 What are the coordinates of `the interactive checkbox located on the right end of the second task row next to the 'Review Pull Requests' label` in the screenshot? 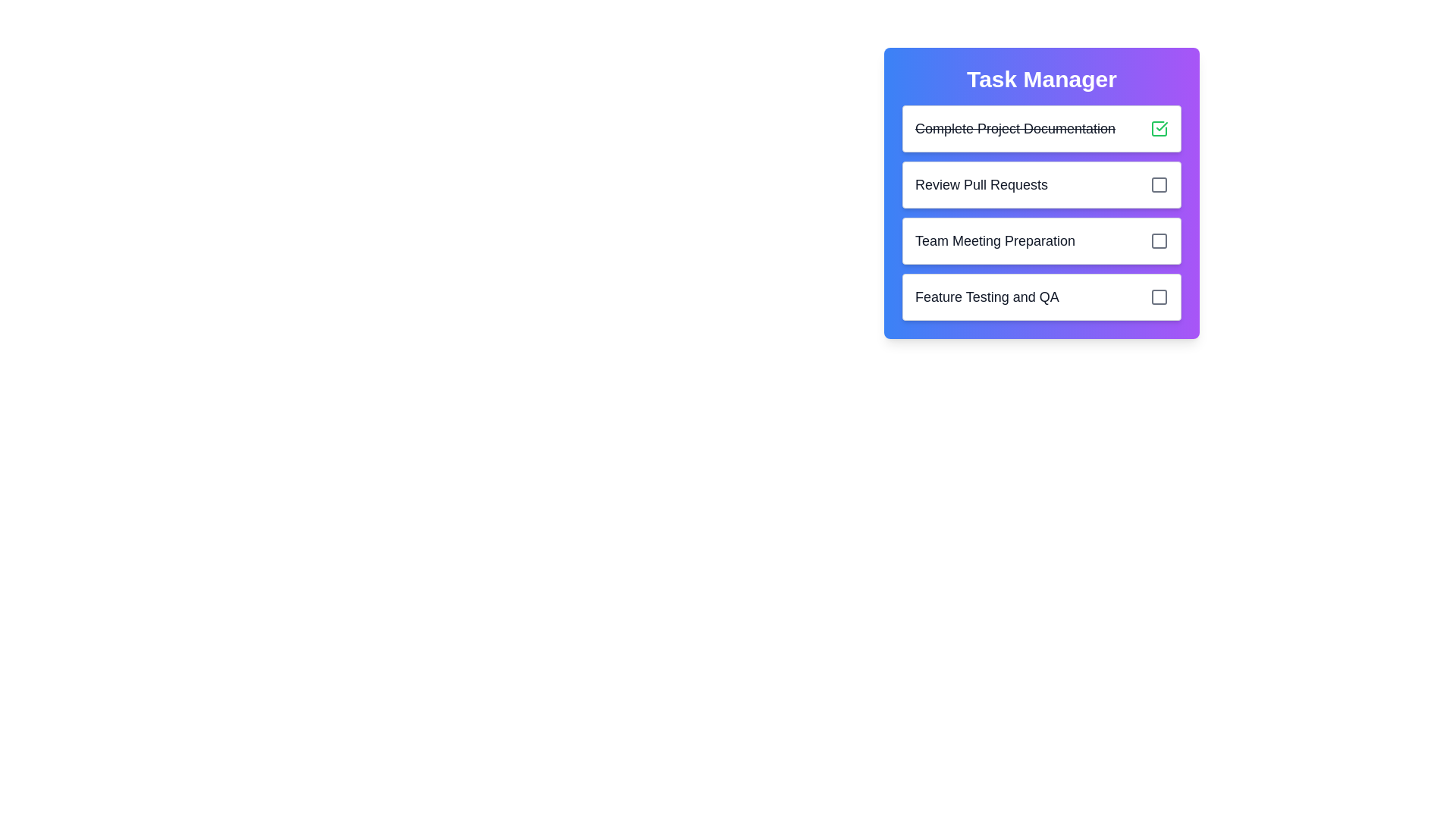 It's located at (1159, 184).